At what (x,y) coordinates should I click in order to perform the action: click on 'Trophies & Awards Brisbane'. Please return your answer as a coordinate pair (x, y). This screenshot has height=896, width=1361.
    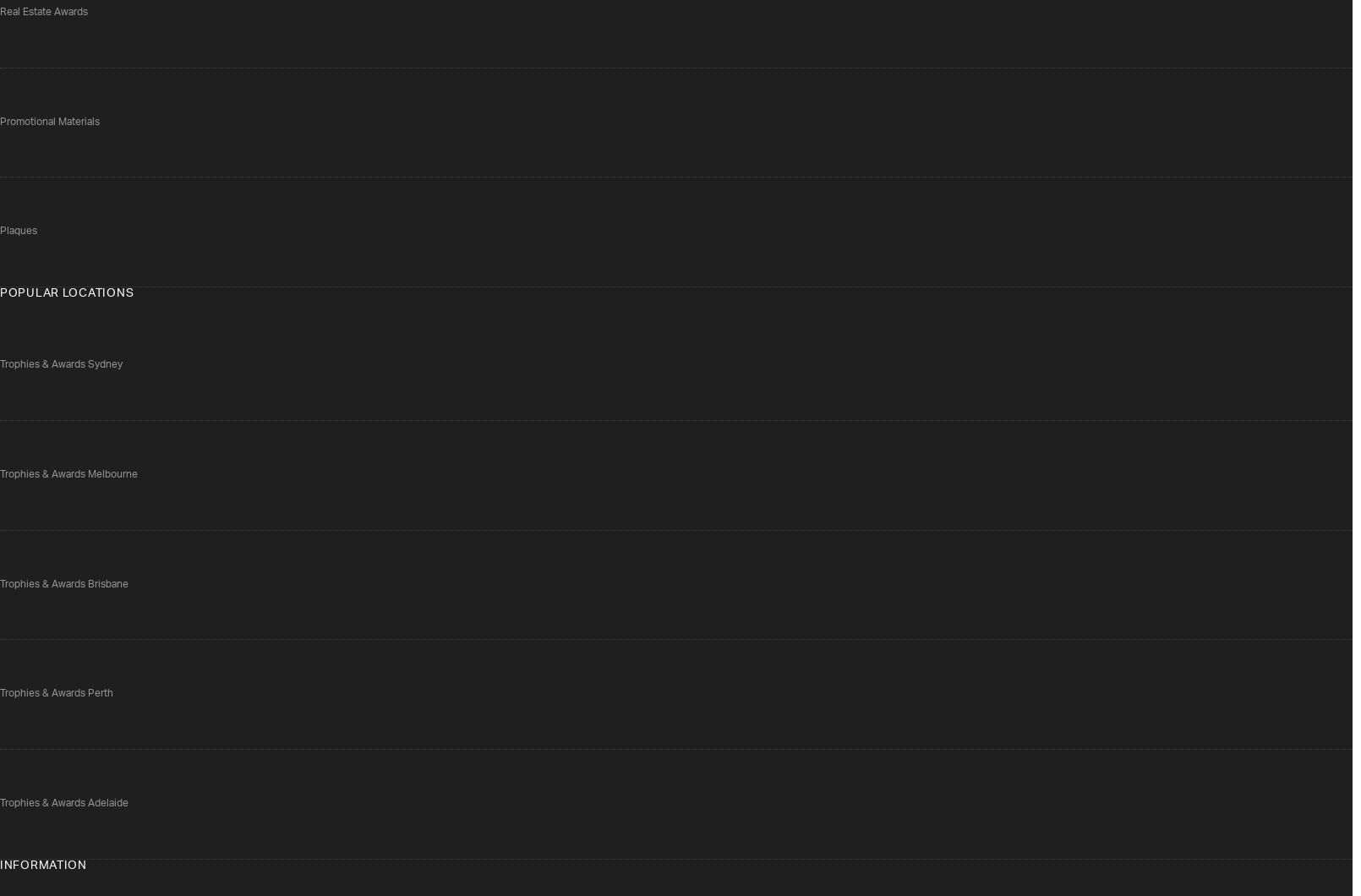
    Looking at the image, I should click on (63, 582).